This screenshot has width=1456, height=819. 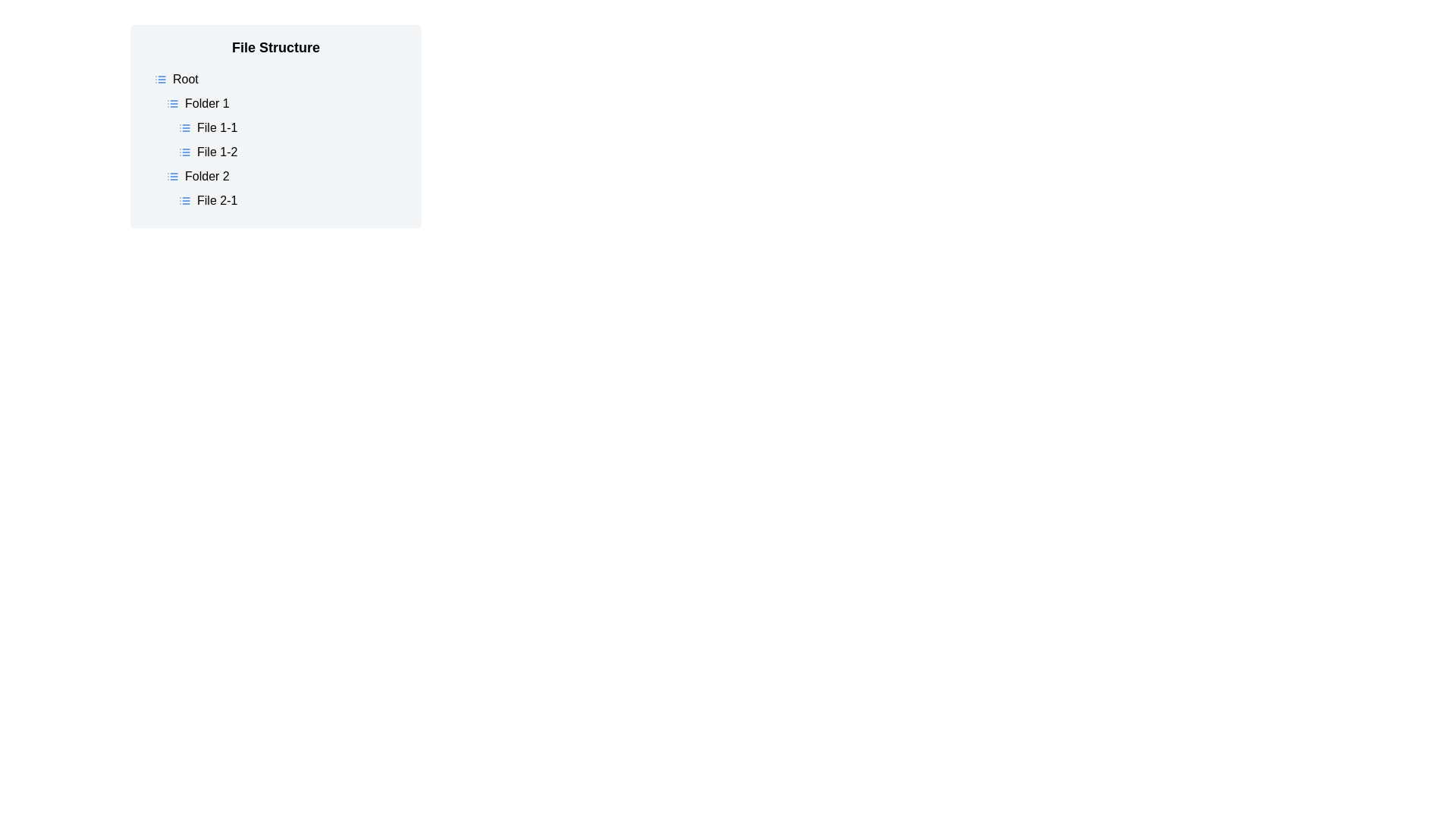 What do you see at coordinates (216, 200) in the screenshot?
I see `the text label that reads 'File 2-1'` at bounding box center [216, 200].